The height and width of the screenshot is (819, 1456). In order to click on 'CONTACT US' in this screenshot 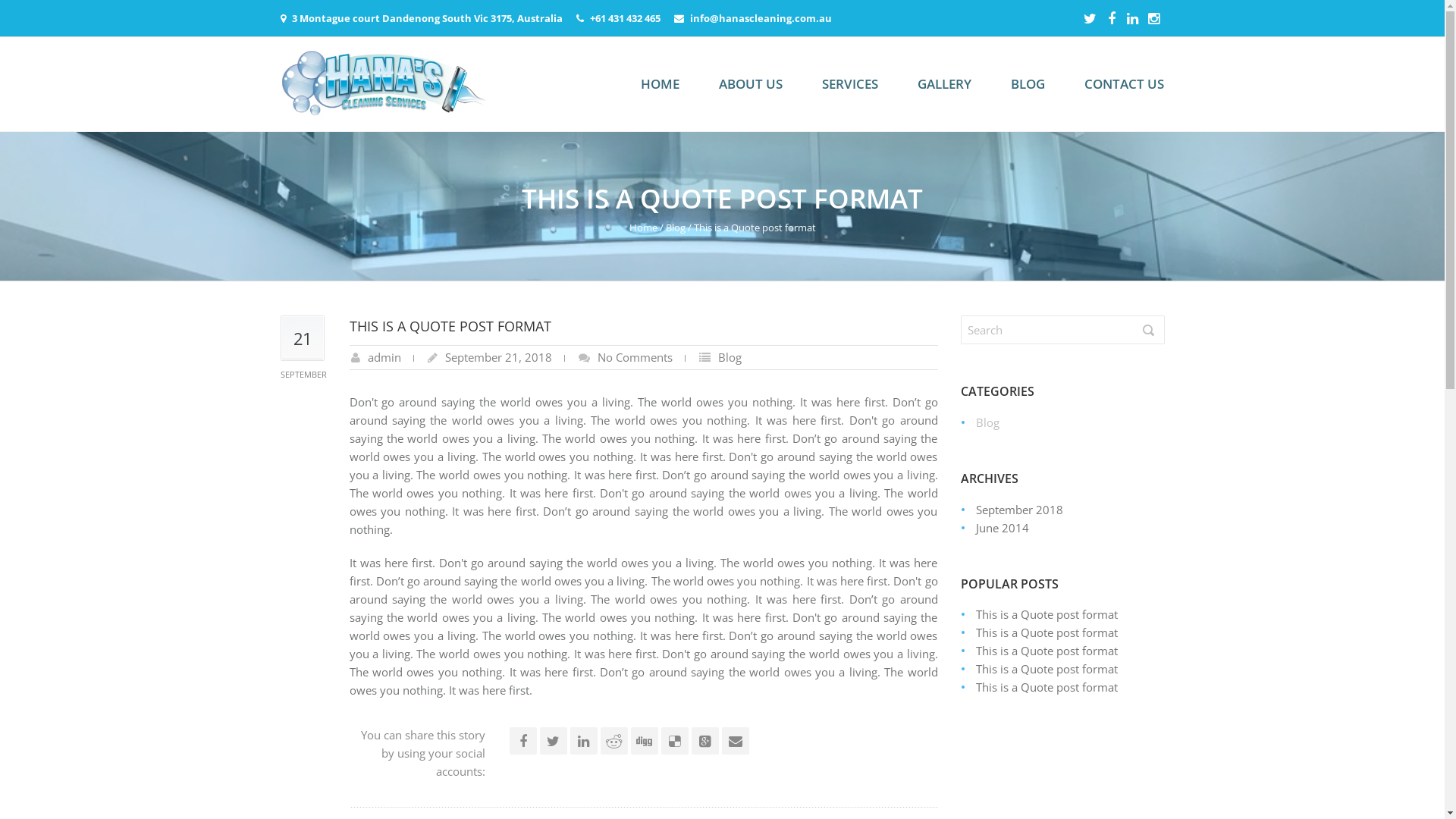, I will do `click(1123, 83)`.